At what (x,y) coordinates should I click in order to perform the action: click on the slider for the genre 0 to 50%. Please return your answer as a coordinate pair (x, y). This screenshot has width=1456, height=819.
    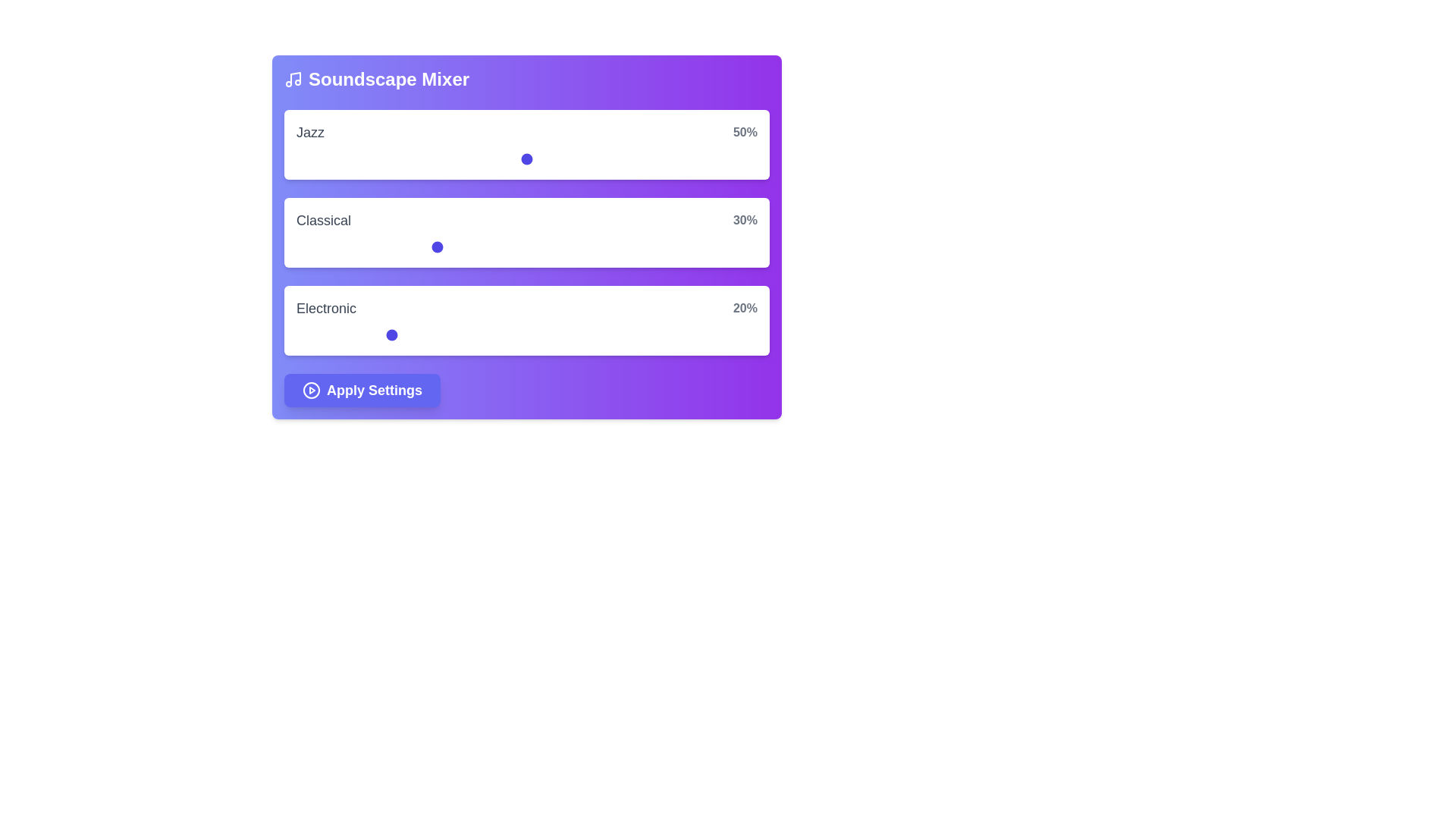
    Looking at the image, I should click on (642, 158).